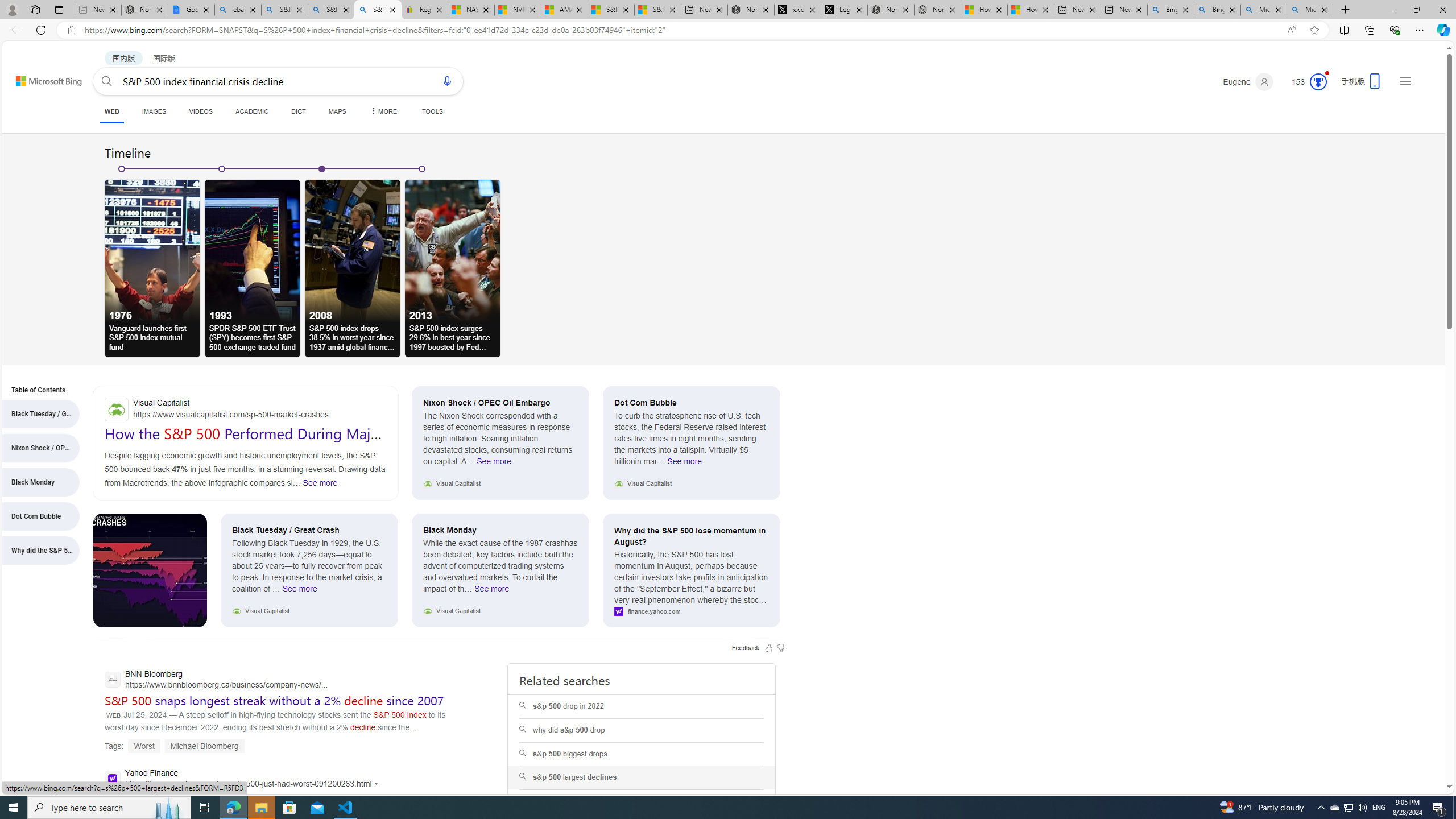 This screenshot has width=1456, height=819. What do you see at coordinates (111, 113) in the screenshot?
I see `'WEB'` at bounding box center [111, 113].